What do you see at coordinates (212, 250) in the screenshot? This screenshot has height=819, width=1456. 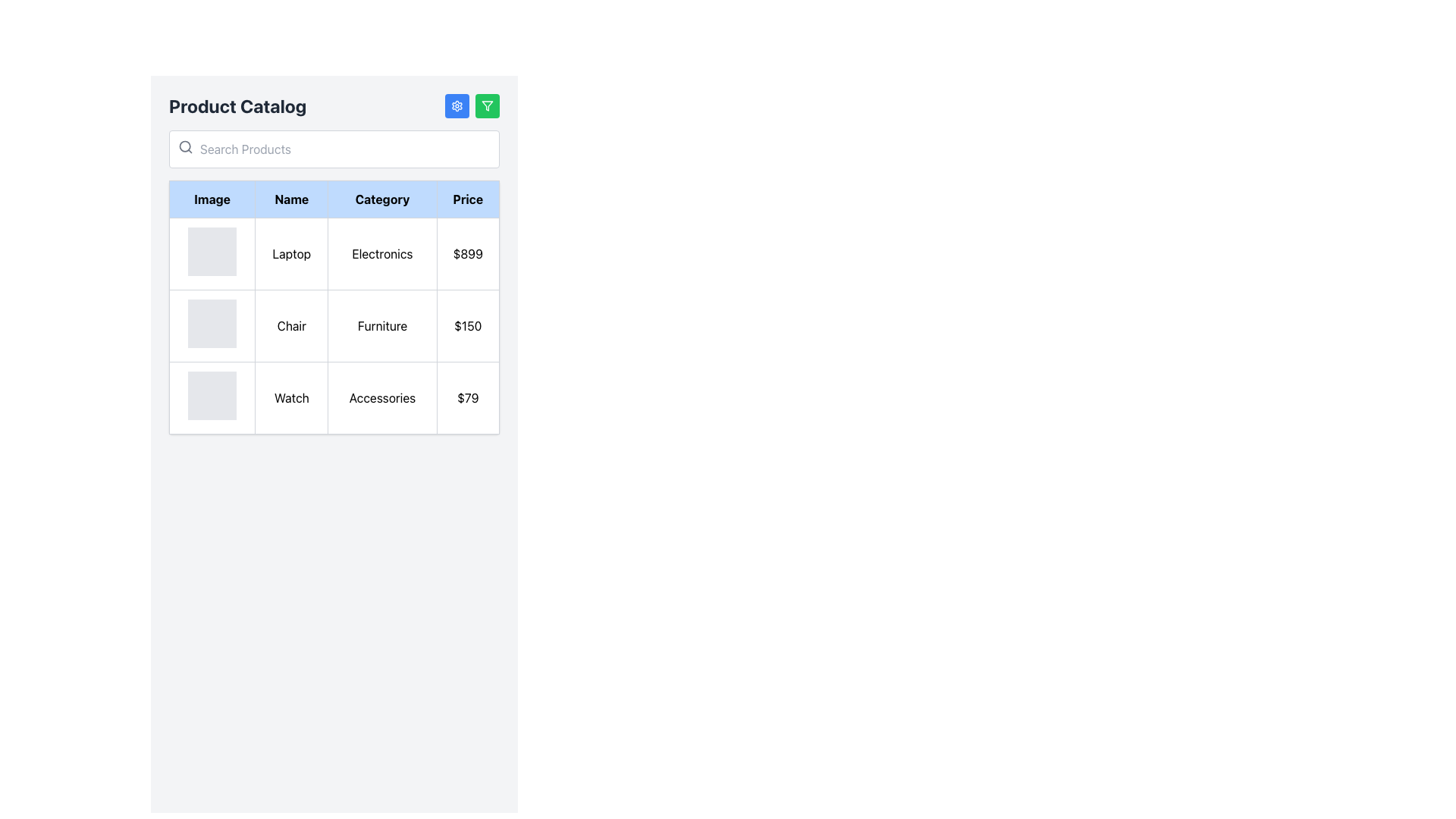 I see `the static visual placeholder block with a light gray background located in the first row under the 'Image' column of the 'Product Catalog' table` at bounding box center [212, 250].